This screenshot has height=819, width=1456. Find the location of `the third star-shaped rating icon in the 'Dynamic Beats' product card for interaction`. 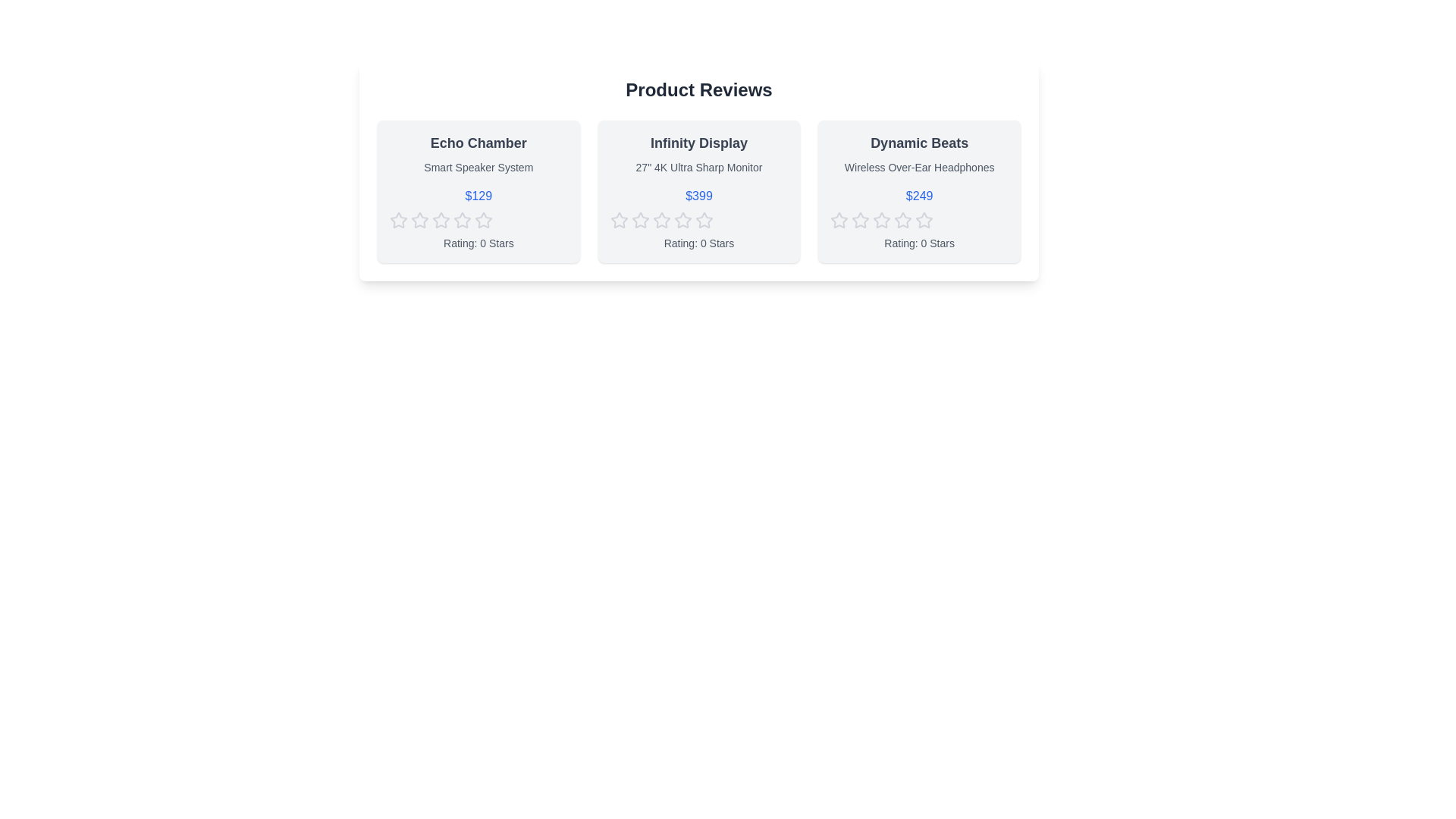

the third star-shaped rating icon in the 'Dynamic Beats' product card for interaction is located at coordinates (882, 220).